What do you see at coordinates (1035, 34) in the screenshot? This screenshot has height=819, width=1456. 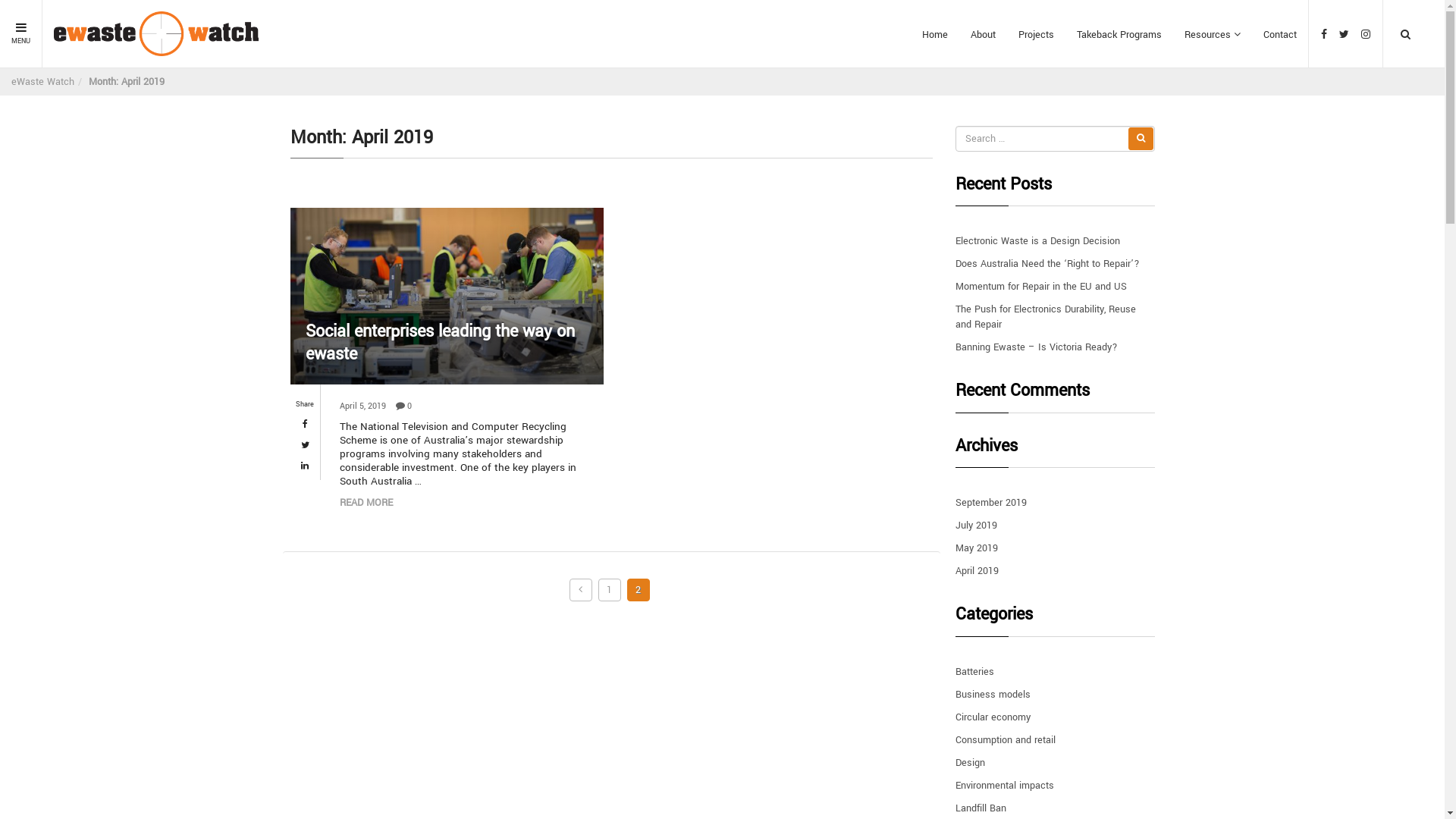 I see `'Projects'` at bounding box center [1035, 34].